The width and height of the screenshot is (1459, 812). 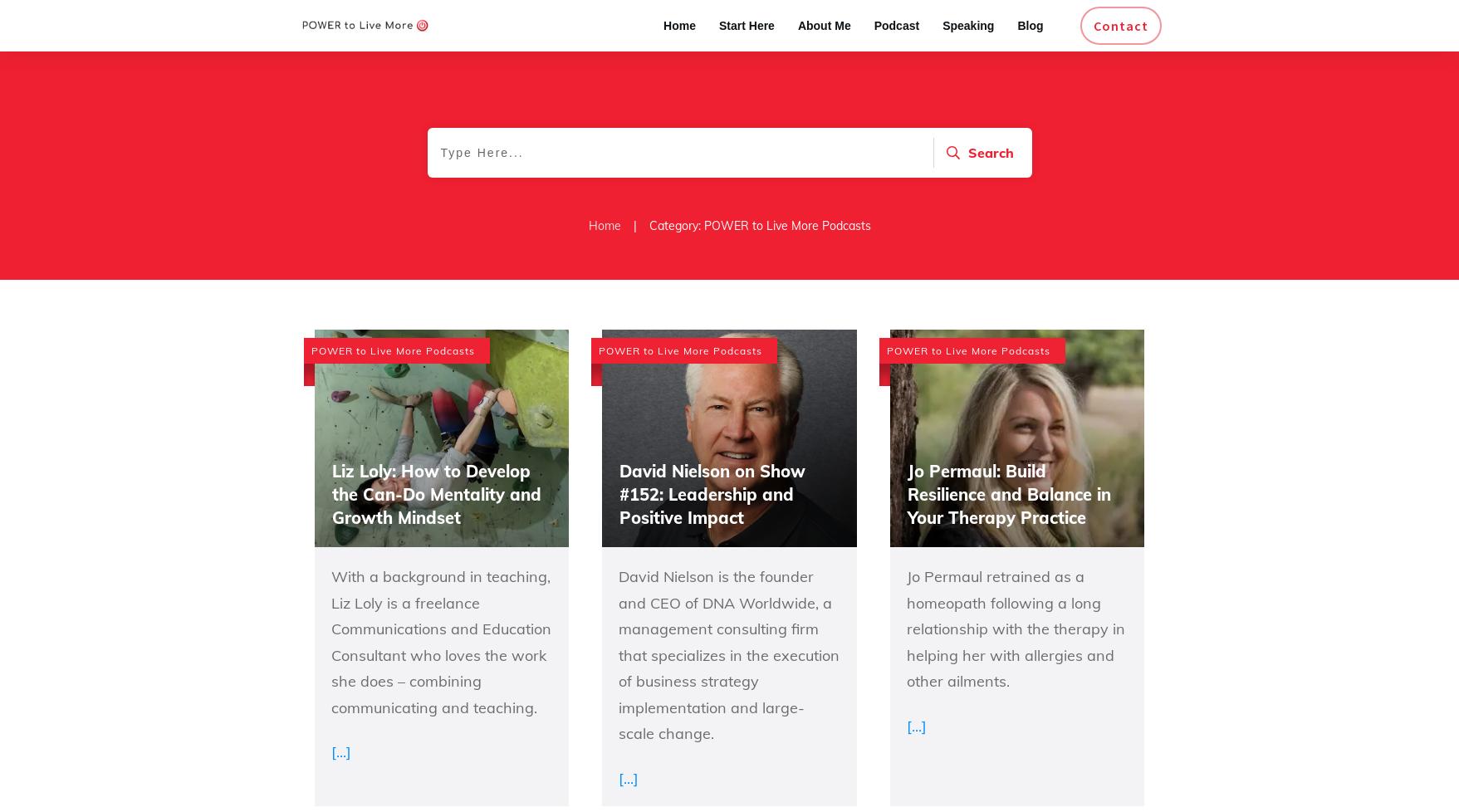 What do you see at coordinates (745, 26) in the screenshot?
I see `'Start Here'` at bounding box center [745, 26].